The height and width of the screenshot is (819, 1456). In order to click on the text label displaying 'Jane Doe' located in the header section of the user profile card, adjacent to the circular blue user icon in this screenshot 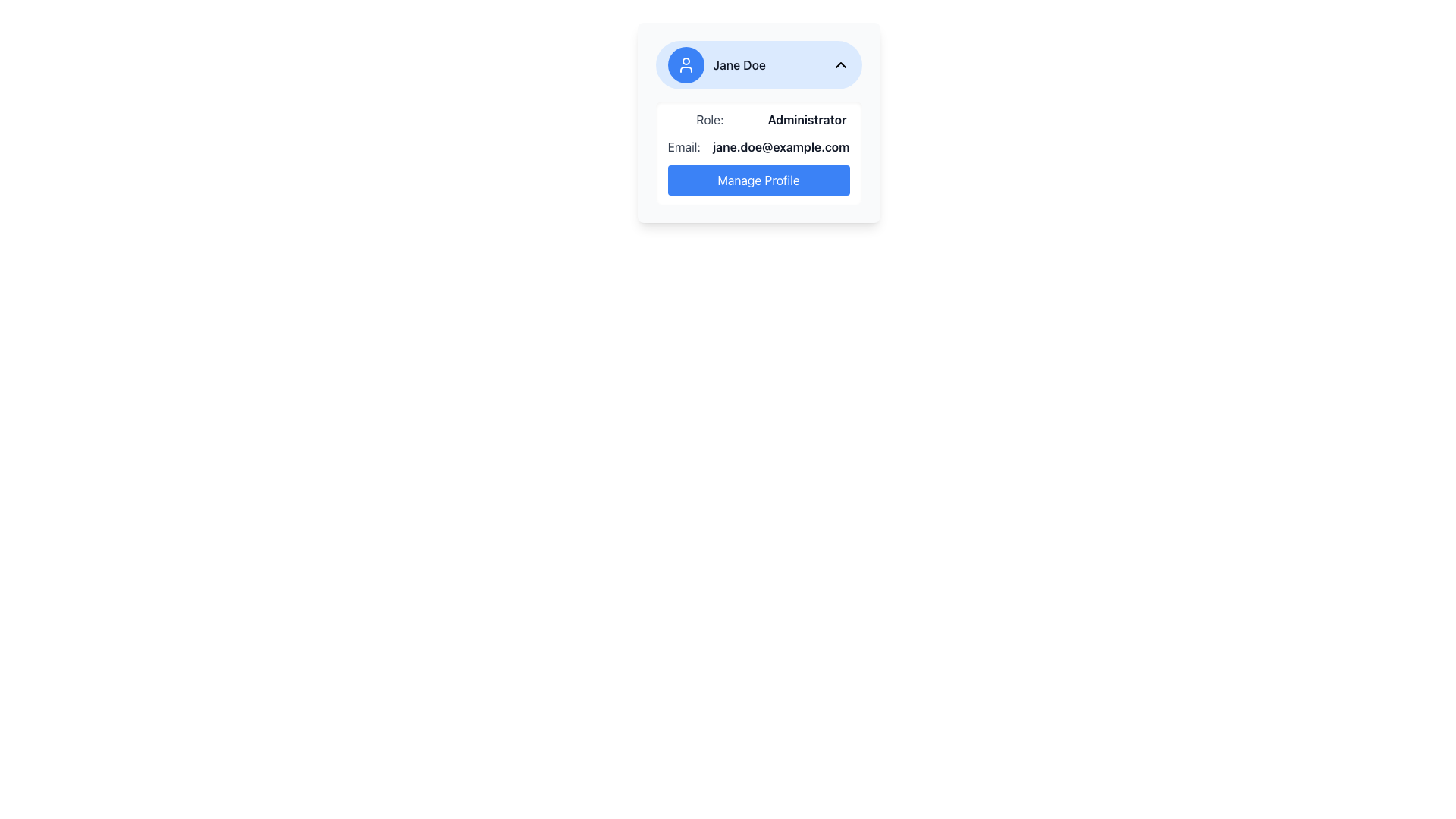, I will do `click(739, 64)`.